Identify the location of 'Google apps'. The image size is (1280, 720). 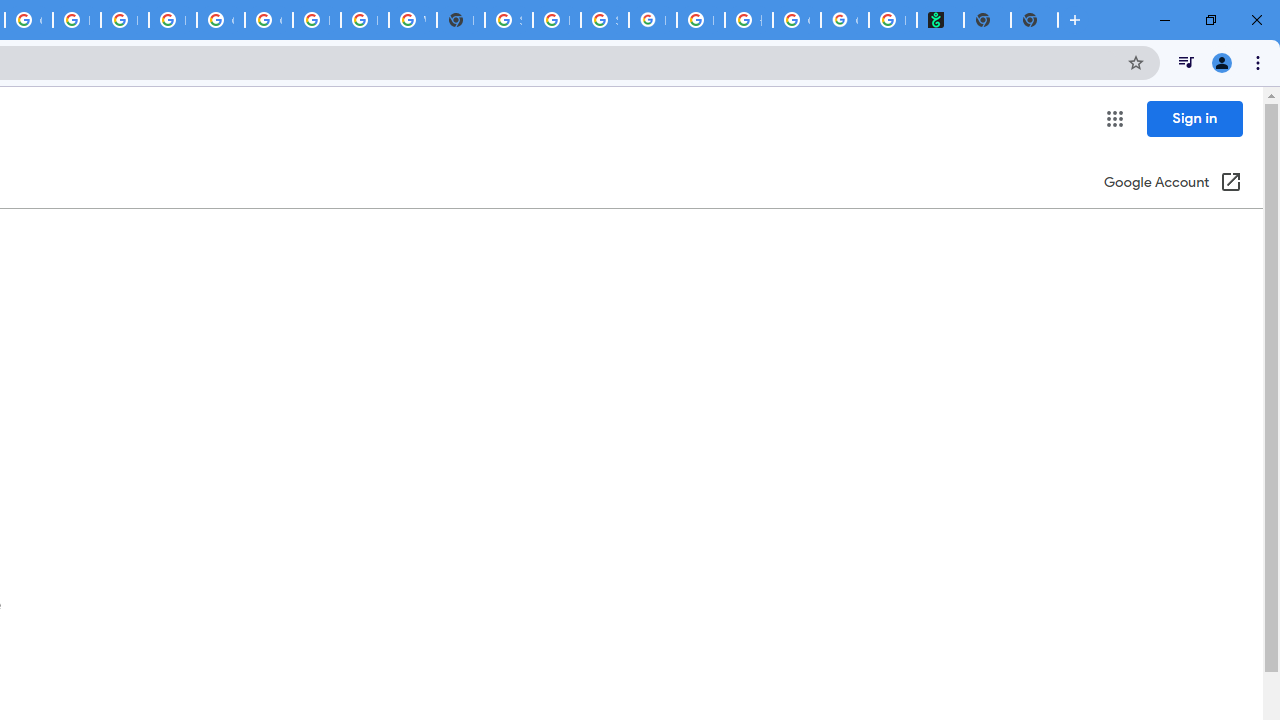
(1113, 119).